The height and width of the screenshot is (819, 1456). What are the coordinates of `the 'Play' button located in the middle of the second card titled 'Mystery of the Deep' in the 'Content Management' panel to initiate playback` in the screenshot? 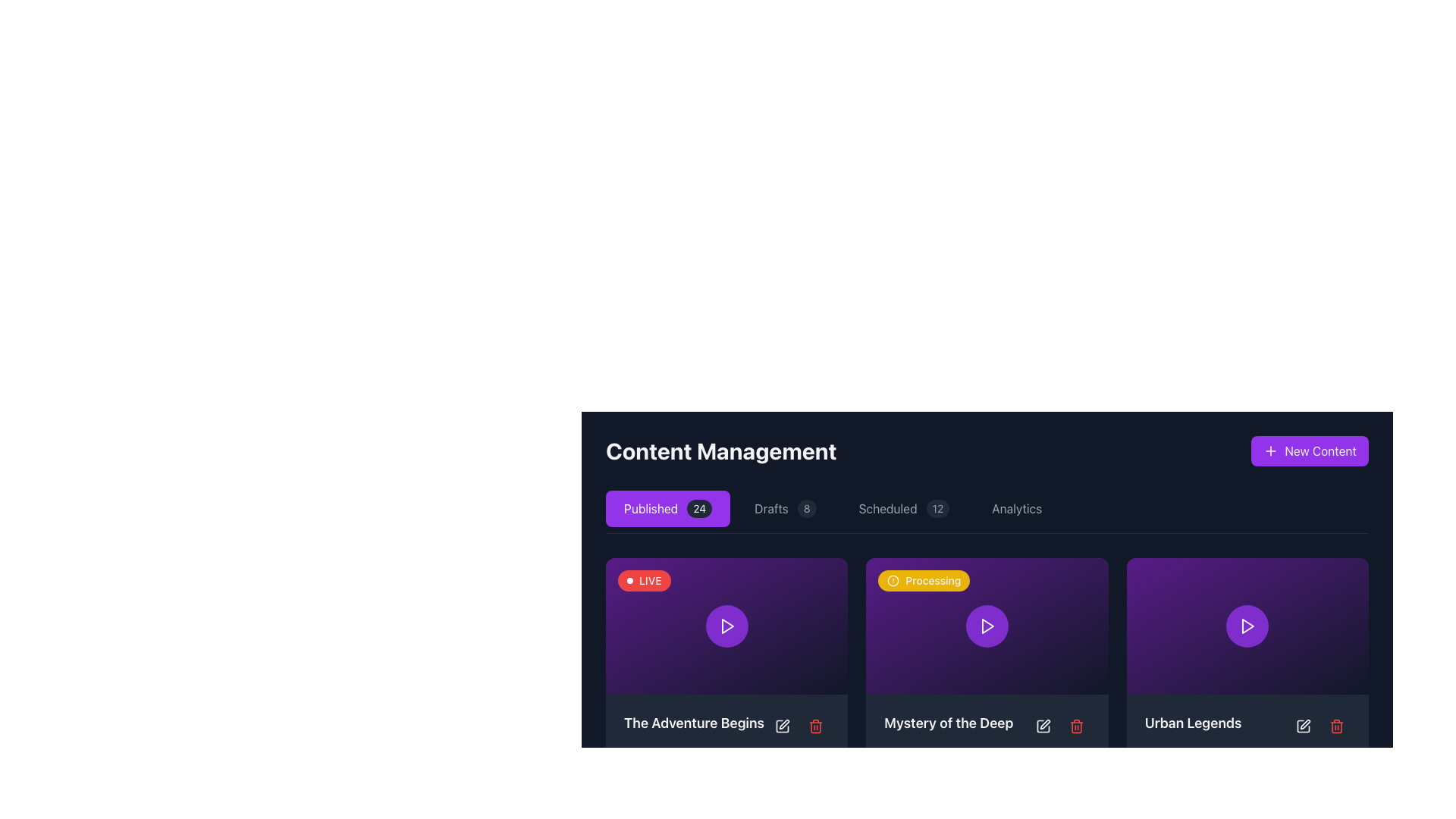 It's located at (987, 626).